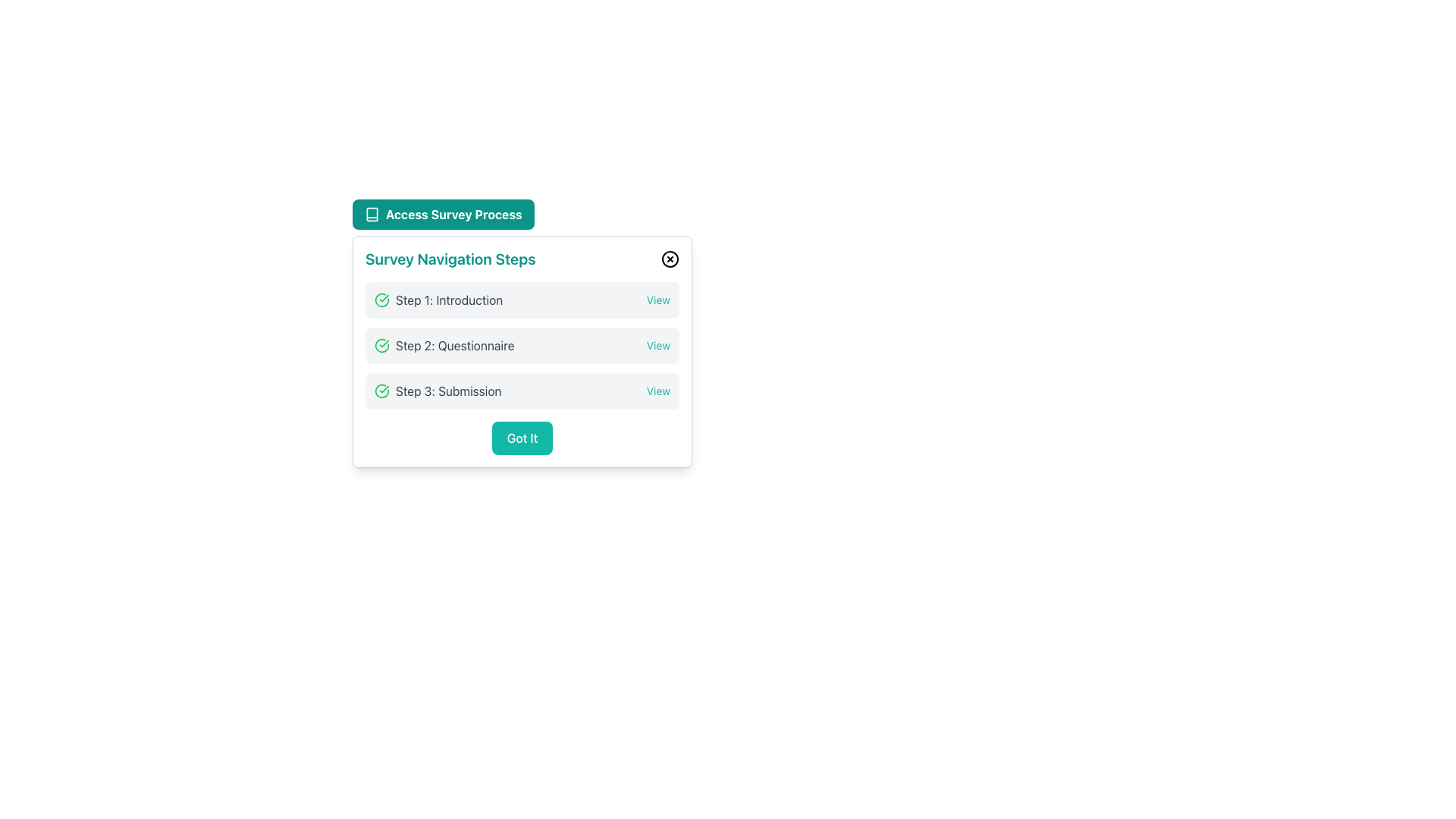 This screenshot has width=1456, height=819. I want to click on the button that serves as the entry point for accessing the survey process, located at the top of the 'Survey Navigation Steps' box, so click(442, 214).